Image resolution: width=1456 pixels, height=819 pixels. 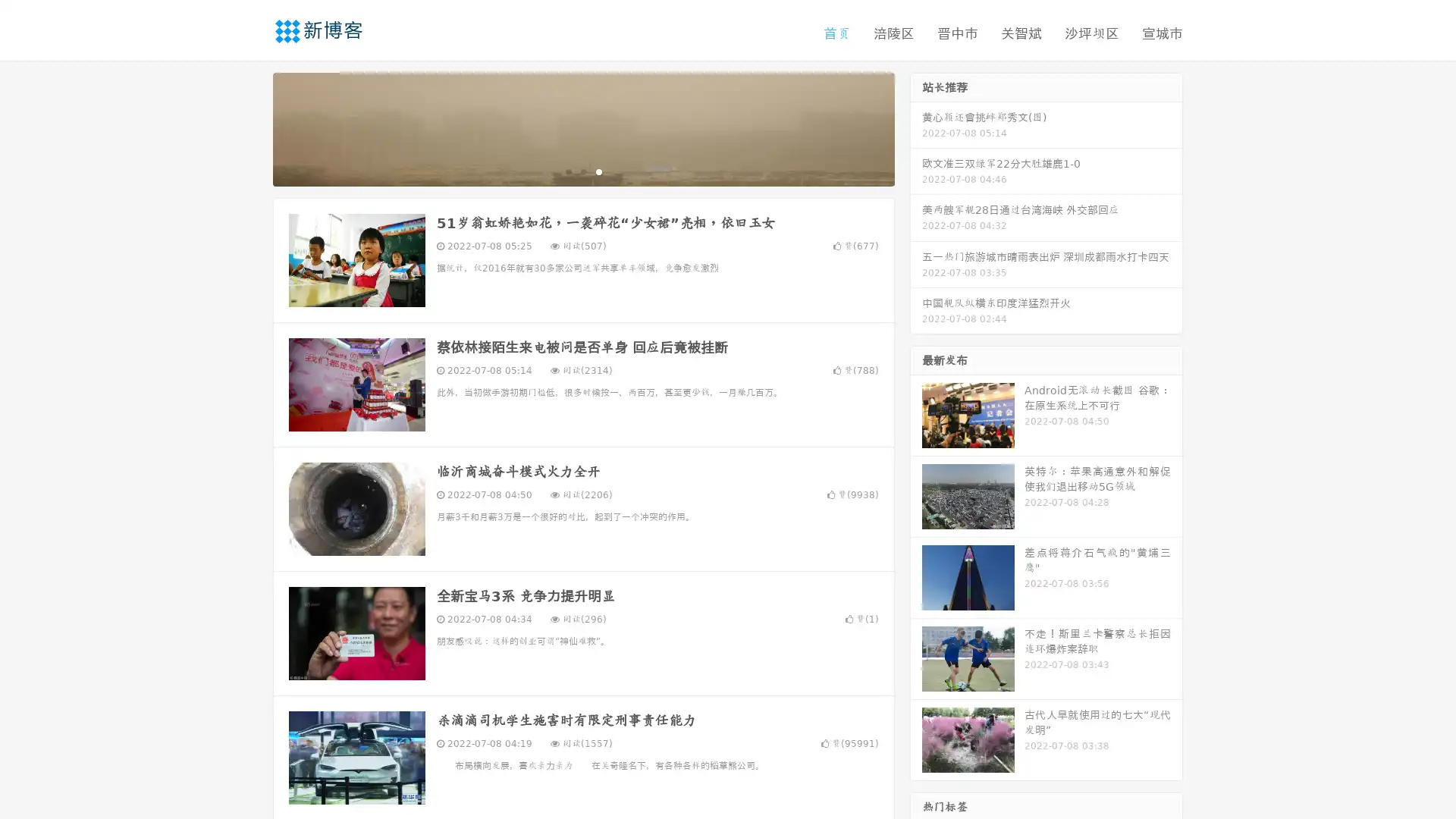 What do you see at coordinates (582, 171) in the screenshot?
I see `Go to slide 2` at bounding box center [582, 171].